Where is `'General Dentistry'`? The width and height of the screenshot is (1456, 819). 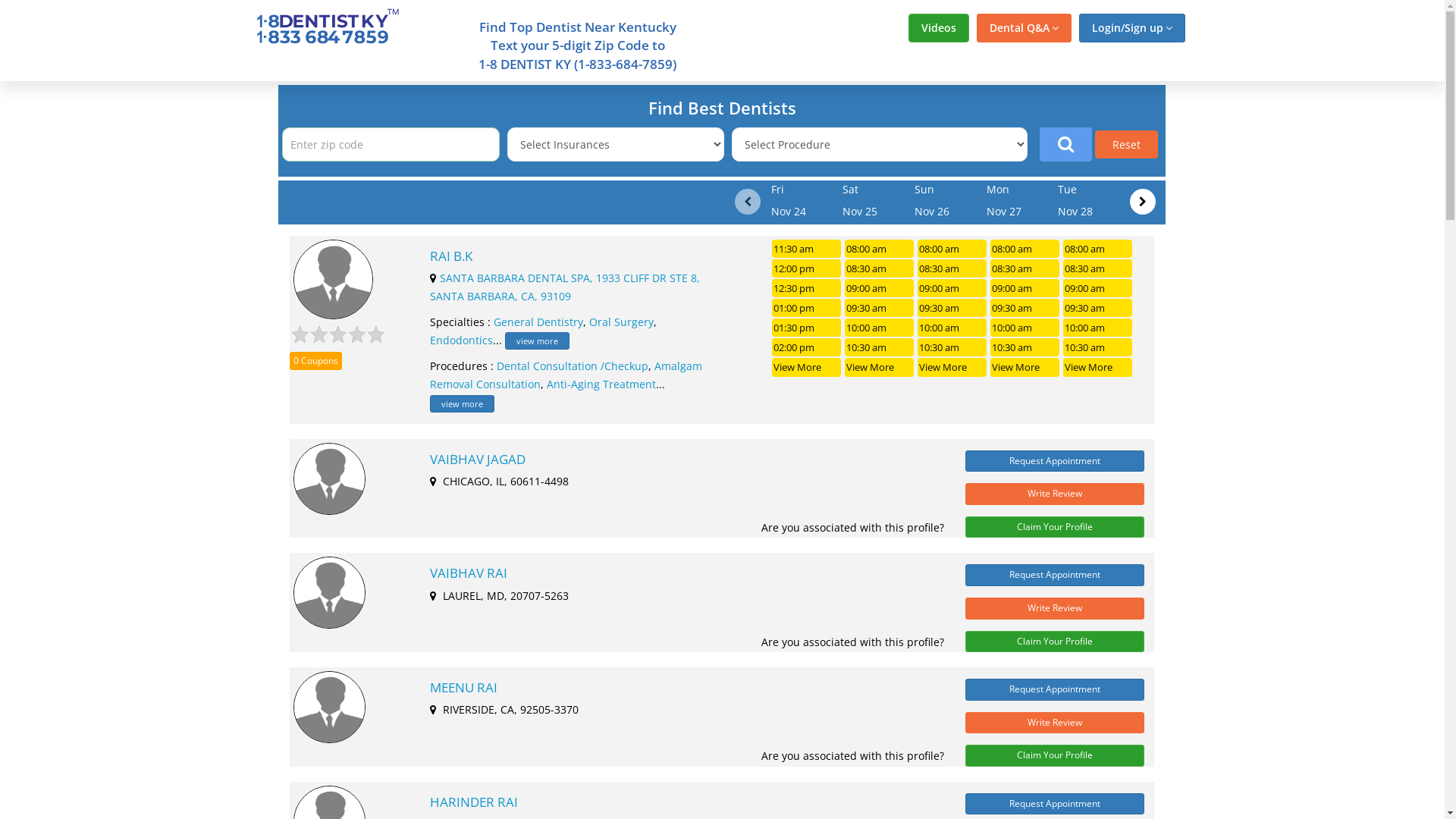 'General Dentistry' is located at coordinates (494, 321).